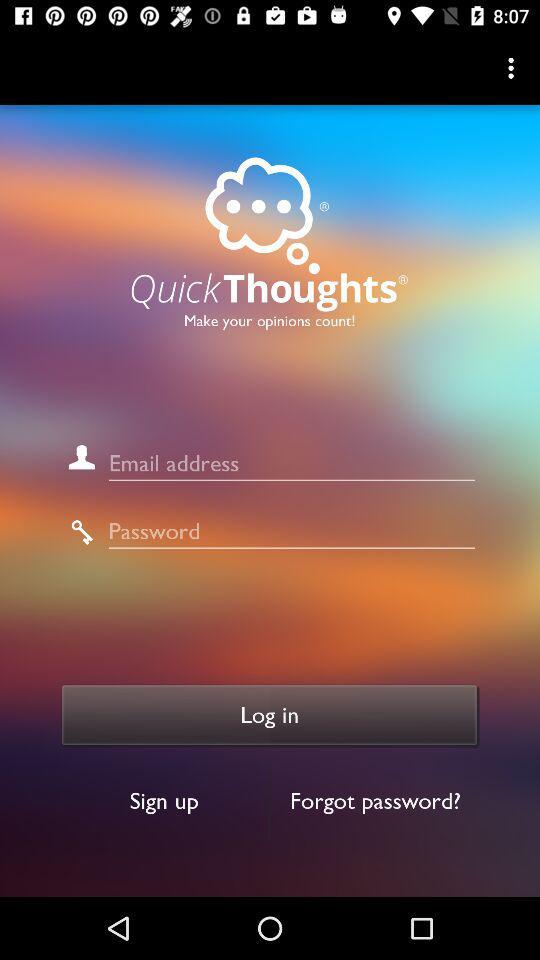 This screenshot has height=960, width=540. I want to click on insert email, so click(290, 463).